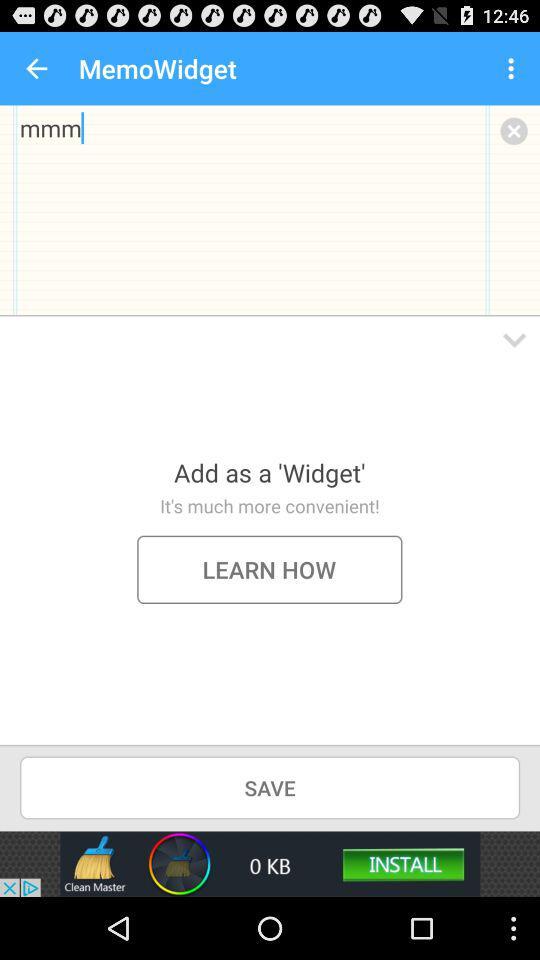 Image resolution: width=540 pixels, height=960 pixels. What do you see at coordinates (514, 340) in the screenshot?
I see `drop down button` at bounding box center [514, 340].